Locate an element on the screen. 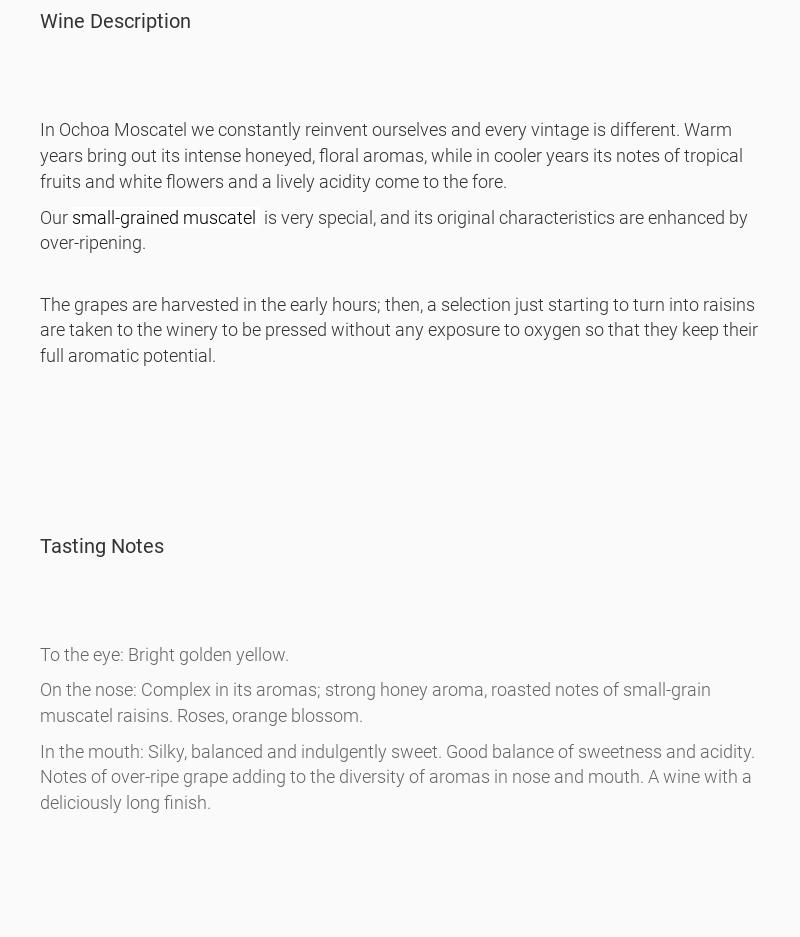 The height and width of the screenshot is (937, 800). 'small-grained muscatel' is located at coordinates (166, 216).